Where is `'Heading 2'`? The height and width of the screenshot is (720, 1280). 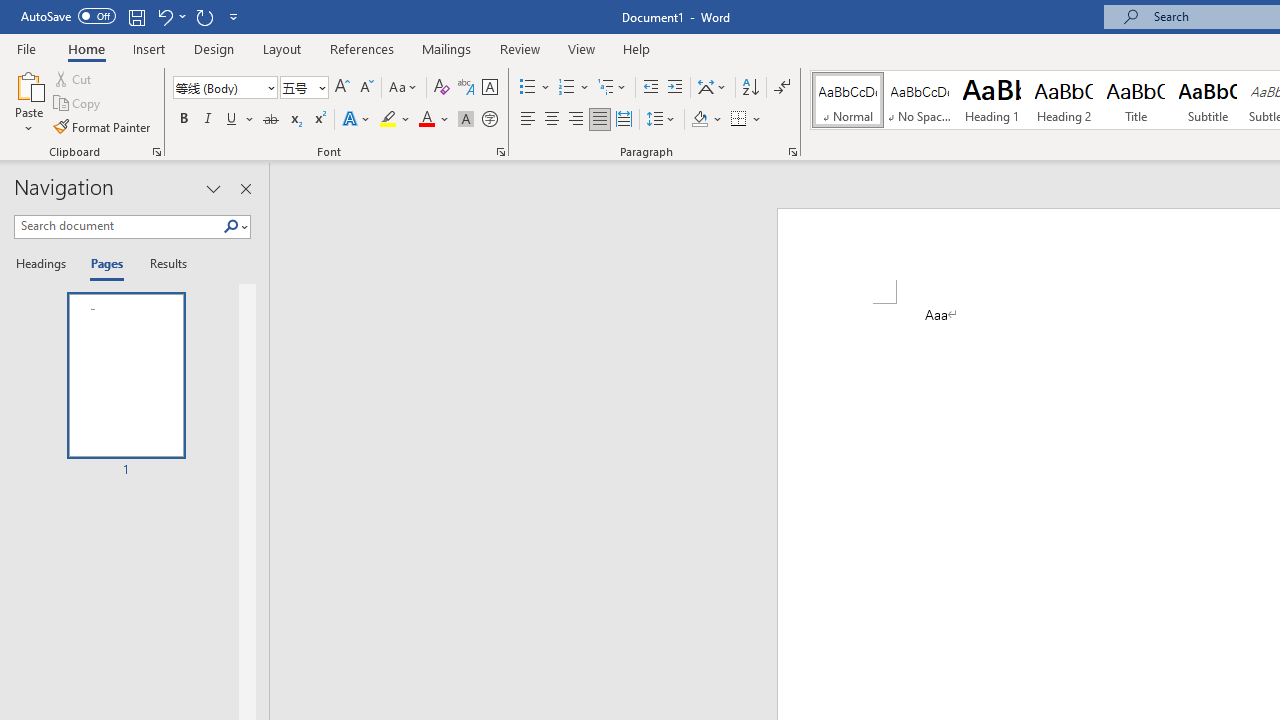 'Heading 2' is located at coordinates (1062, 100).